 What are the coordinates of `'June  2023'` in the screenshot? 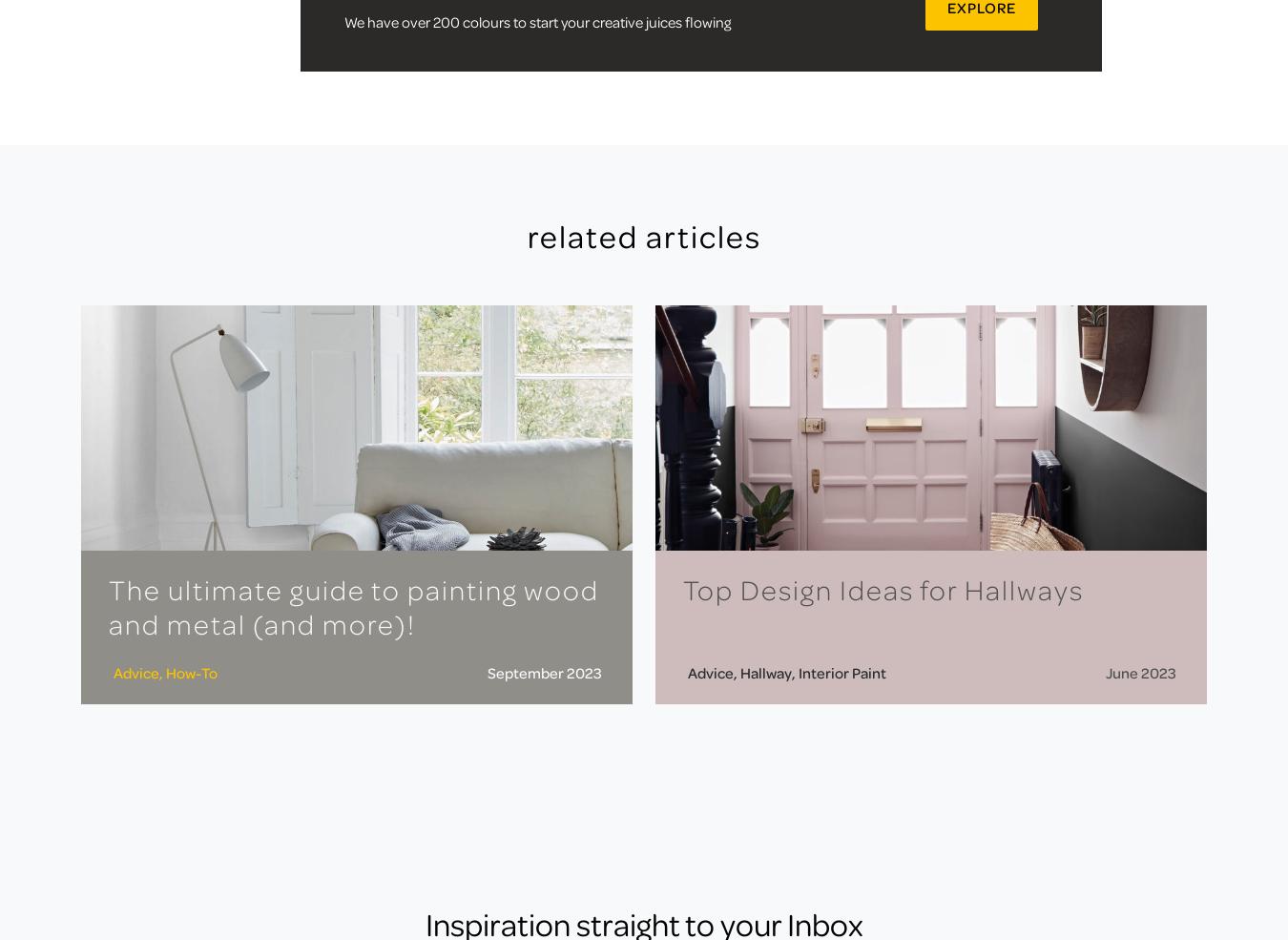 It's located at (1139, 671).